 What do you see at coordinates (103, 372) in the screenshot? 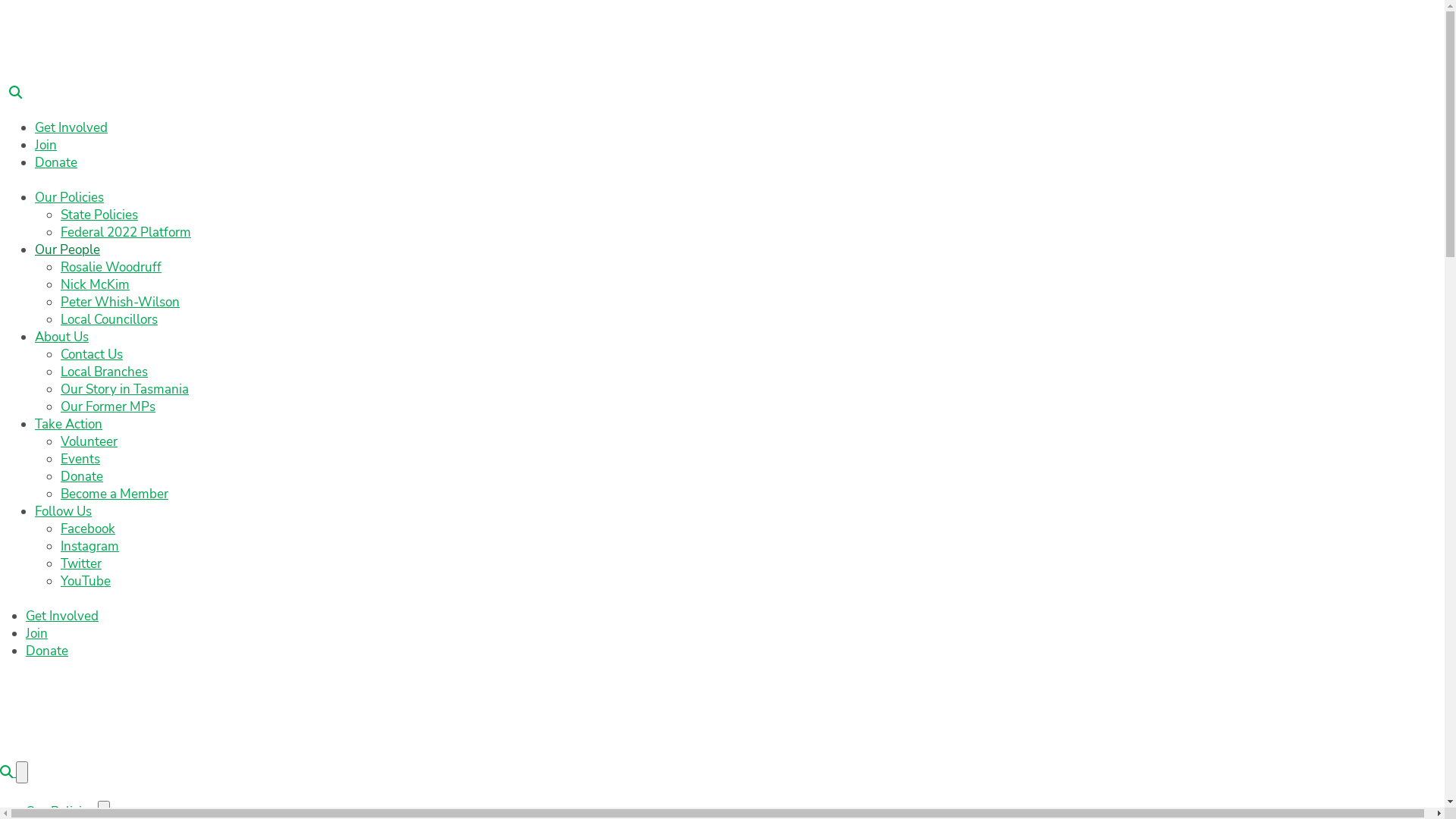
I see `'Local Branches'` at bounding box center [103, 372].